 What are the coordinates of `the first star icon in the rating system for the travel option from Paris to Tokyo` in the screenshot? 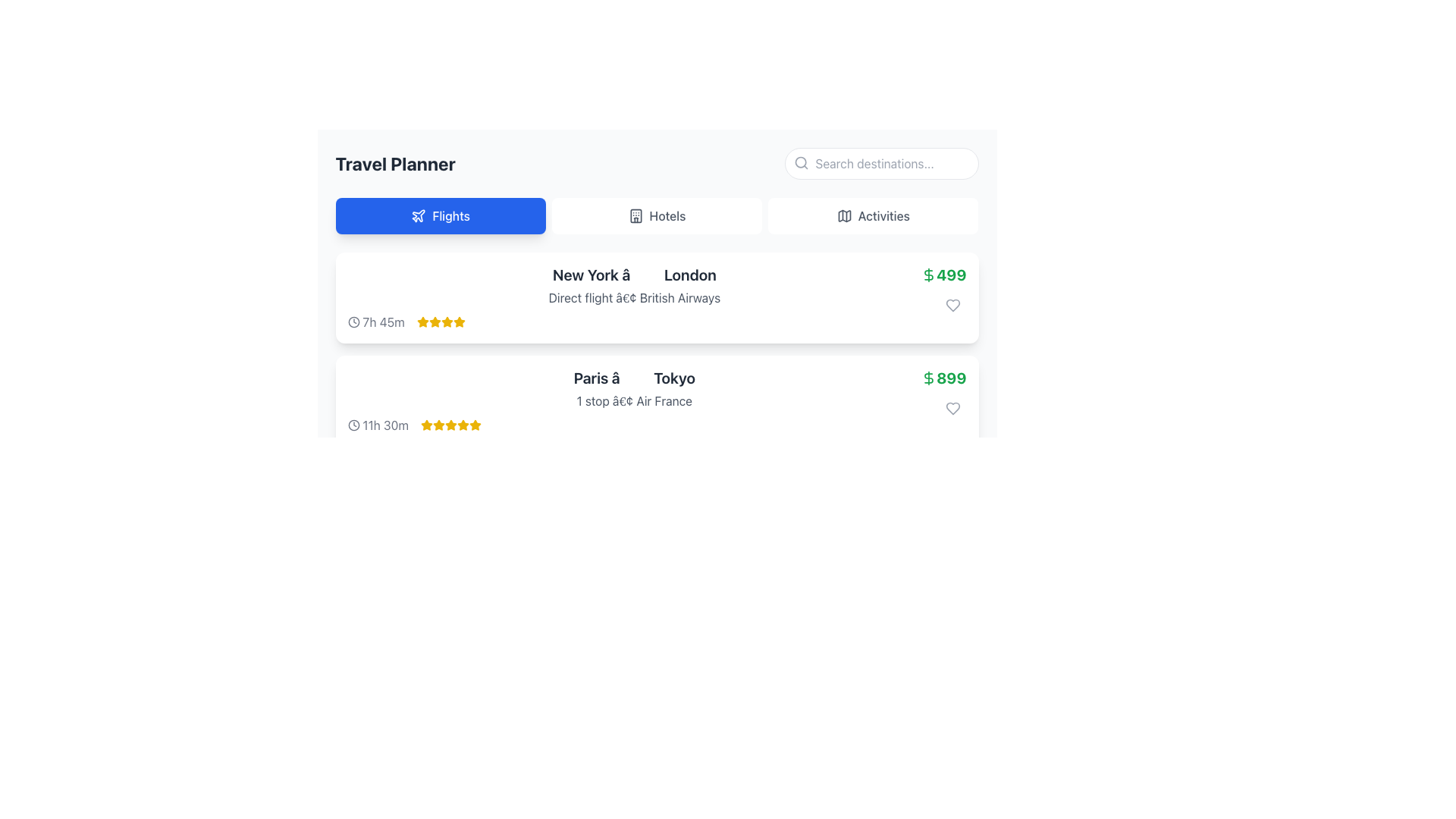 It's located at (438, 425).